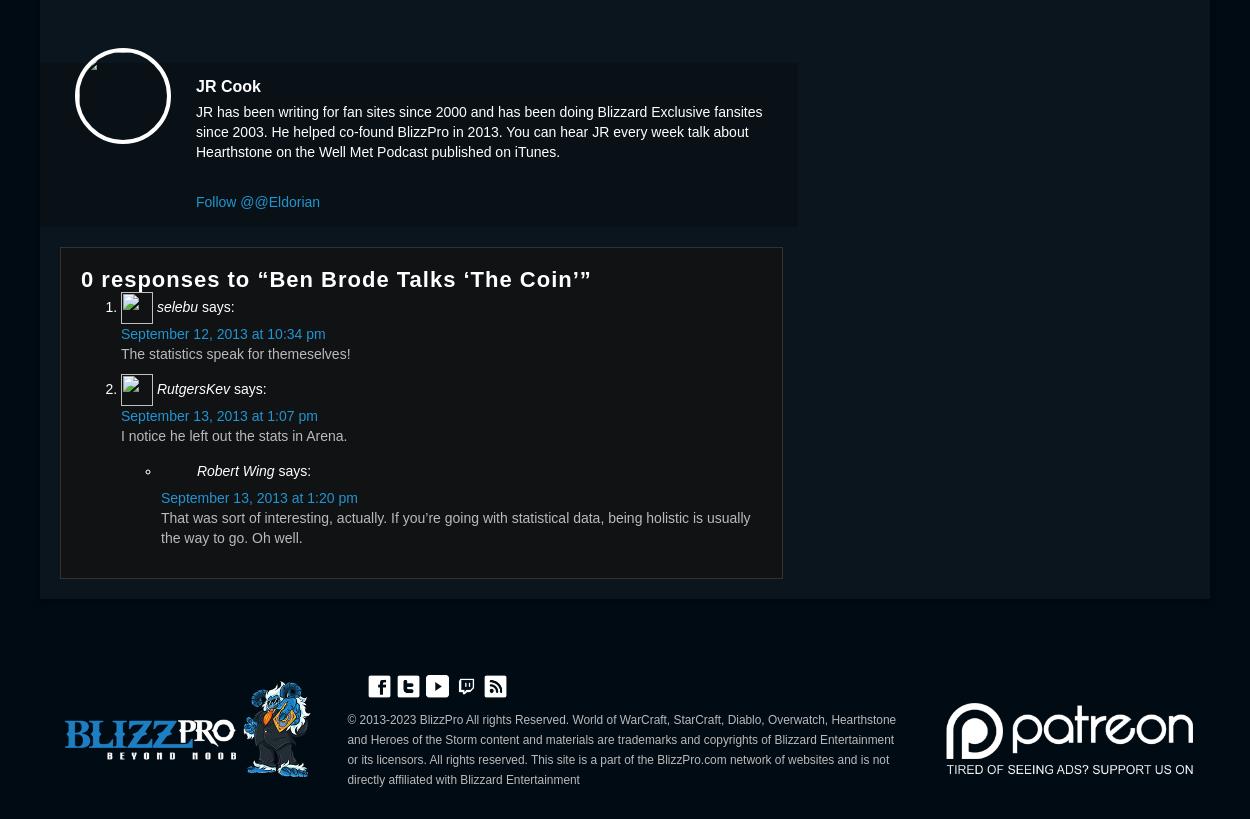  Describe the element at coordinates (218, 414) in the screenshot. I see `'September 13, 2013 at 1:07 pm'` at that location.